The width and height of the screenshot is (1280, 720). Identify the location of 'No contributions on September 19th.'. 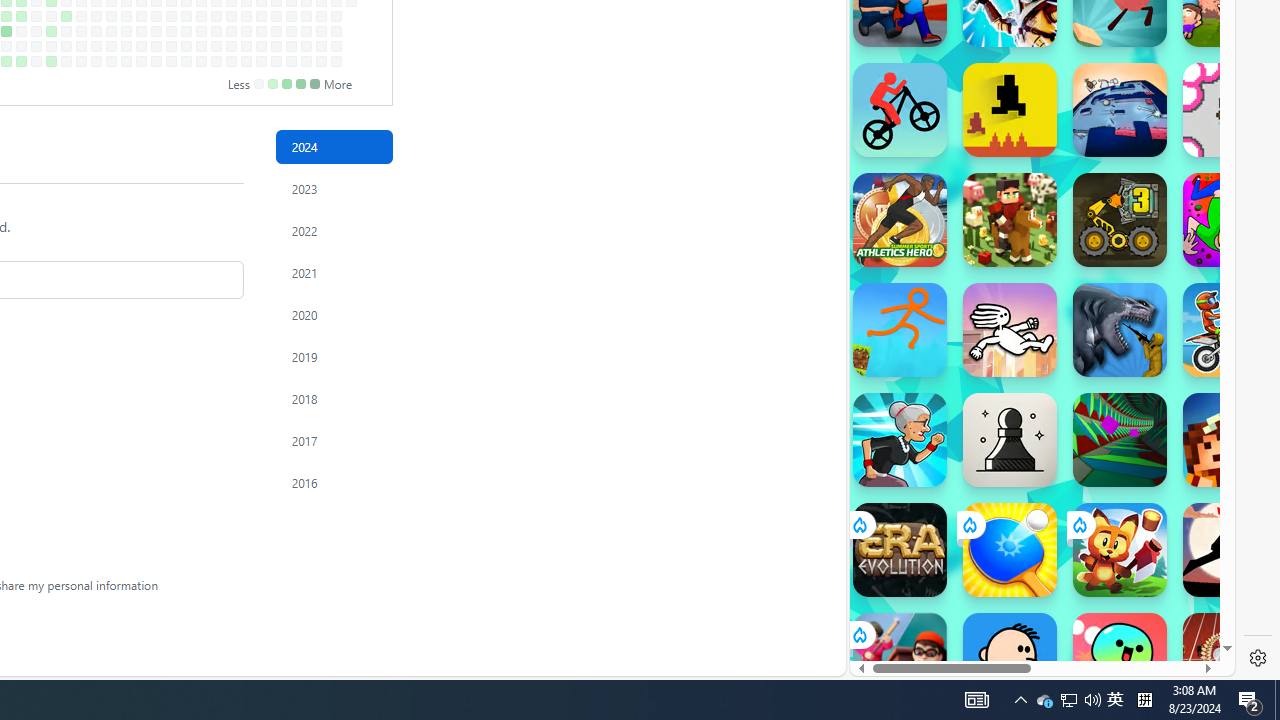
(125, 31).